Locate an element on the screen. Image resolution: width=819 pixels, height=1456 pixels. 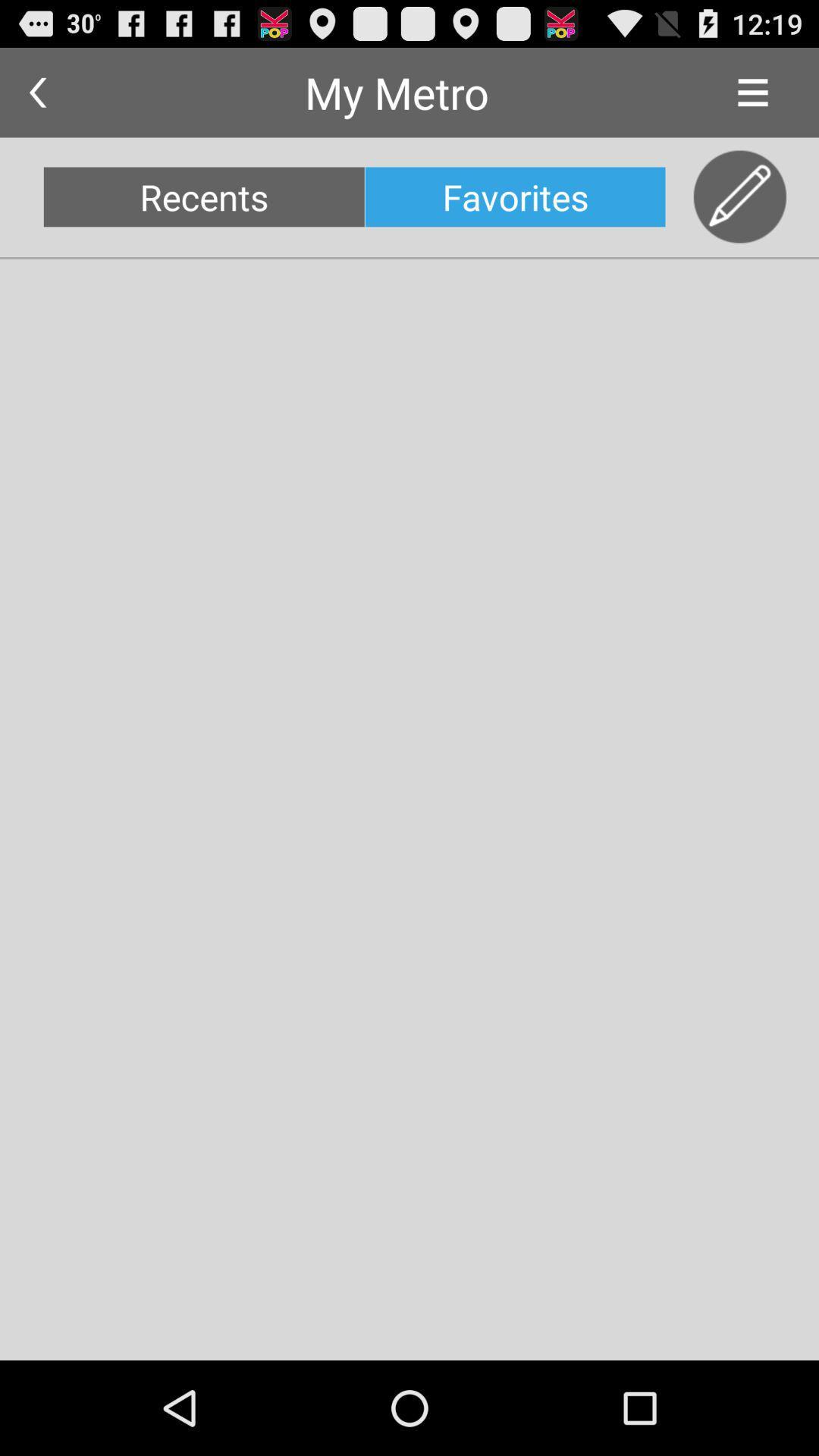
recents icon is located at coordinates (203, 196).